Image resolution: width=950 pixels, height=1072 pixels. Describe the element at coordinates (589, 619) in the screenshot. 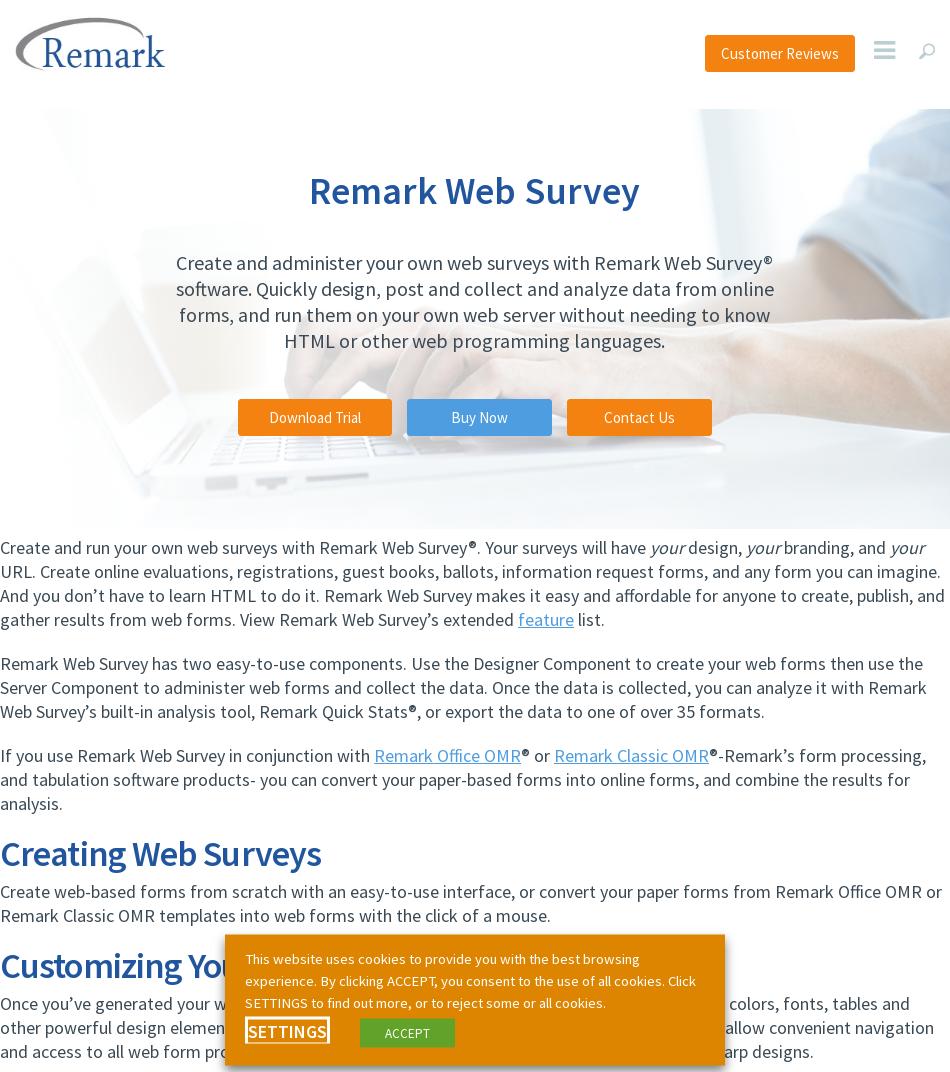

I see `'list.'` at that location.